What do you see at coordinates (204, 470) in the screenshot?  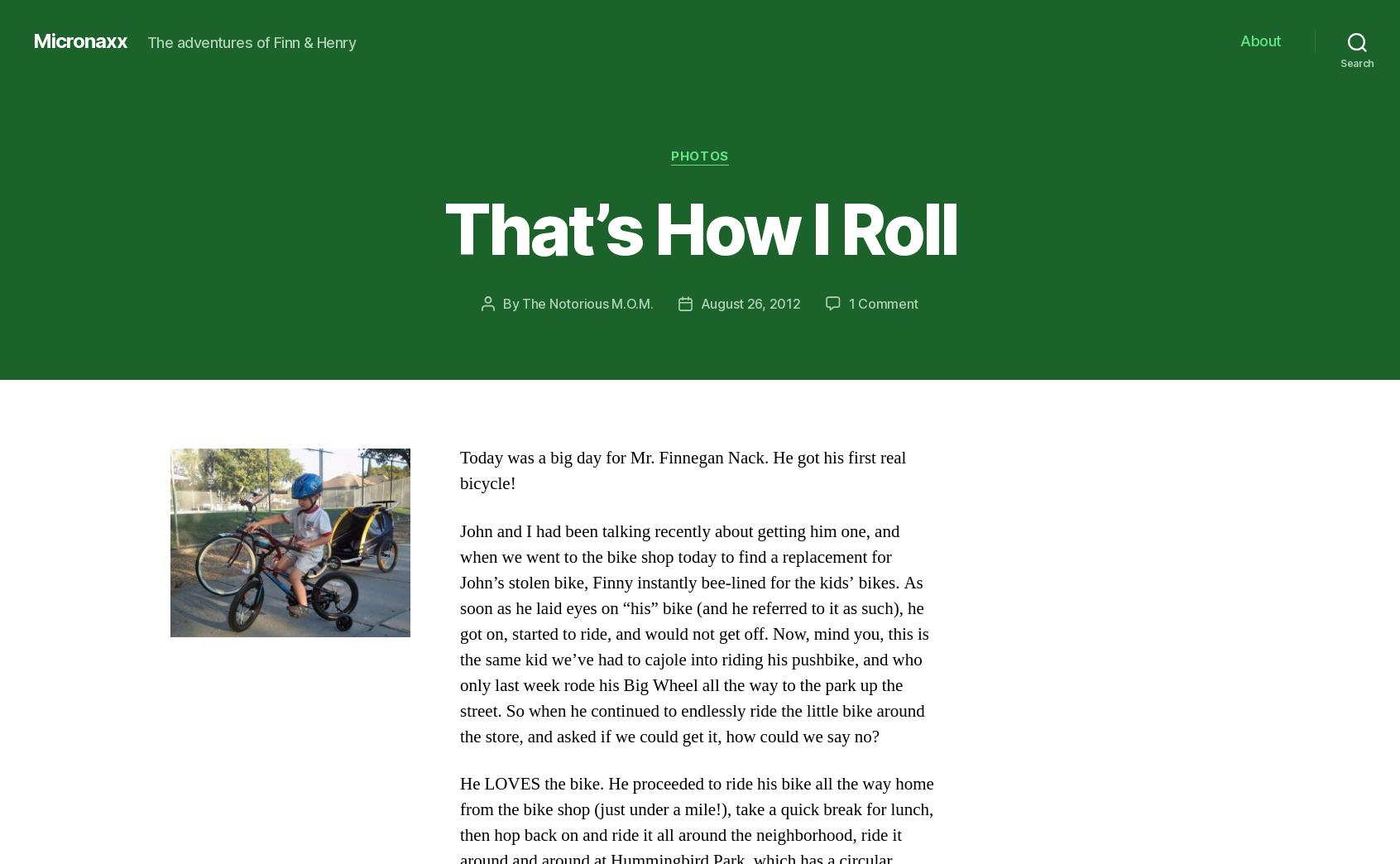 I see `'May 2011'` at bounding box center [204, 470].